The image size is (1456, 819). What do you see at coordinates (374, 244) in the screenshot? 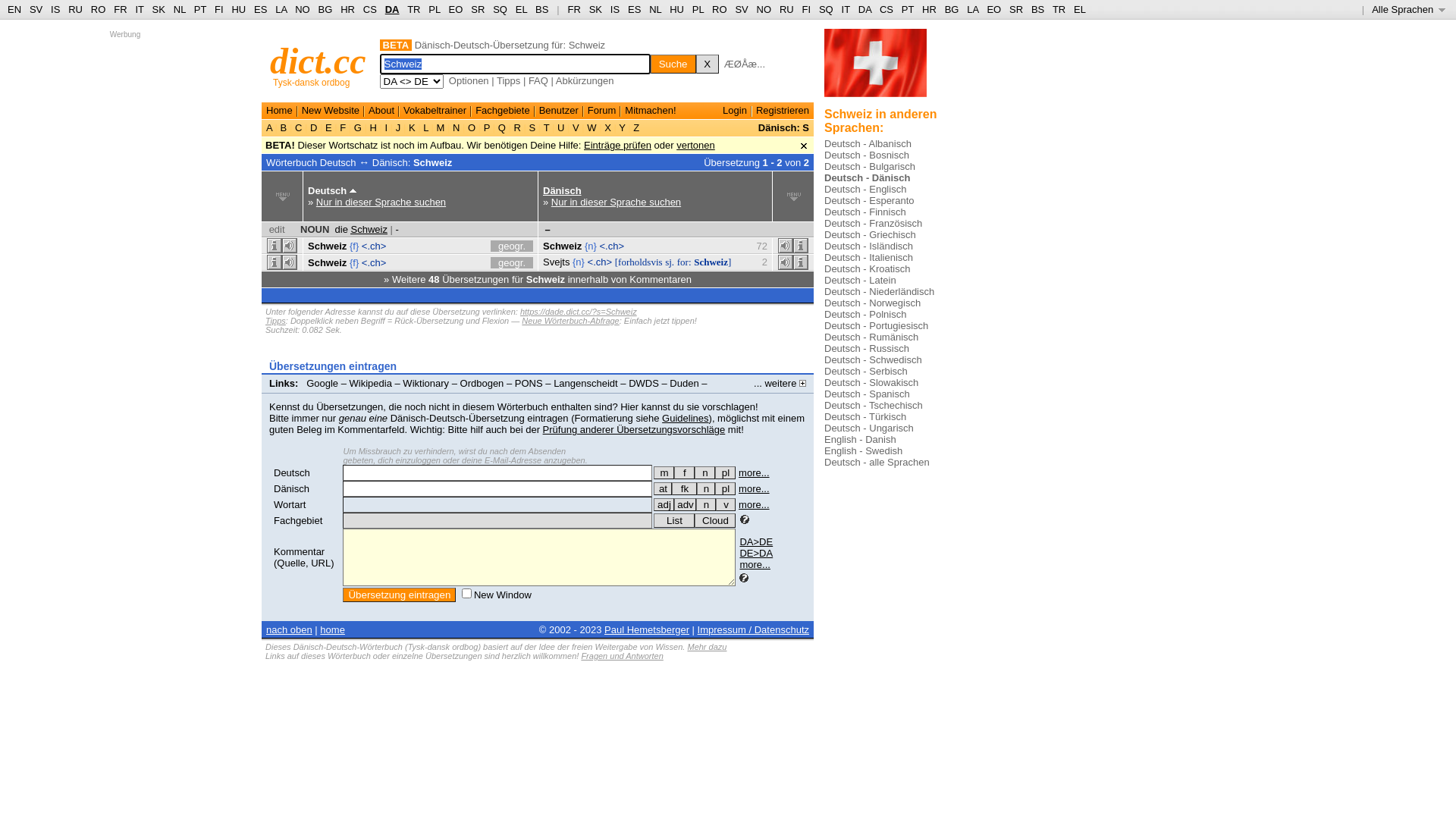
I see `'<.ch>'` at bounding box center [374, 244].